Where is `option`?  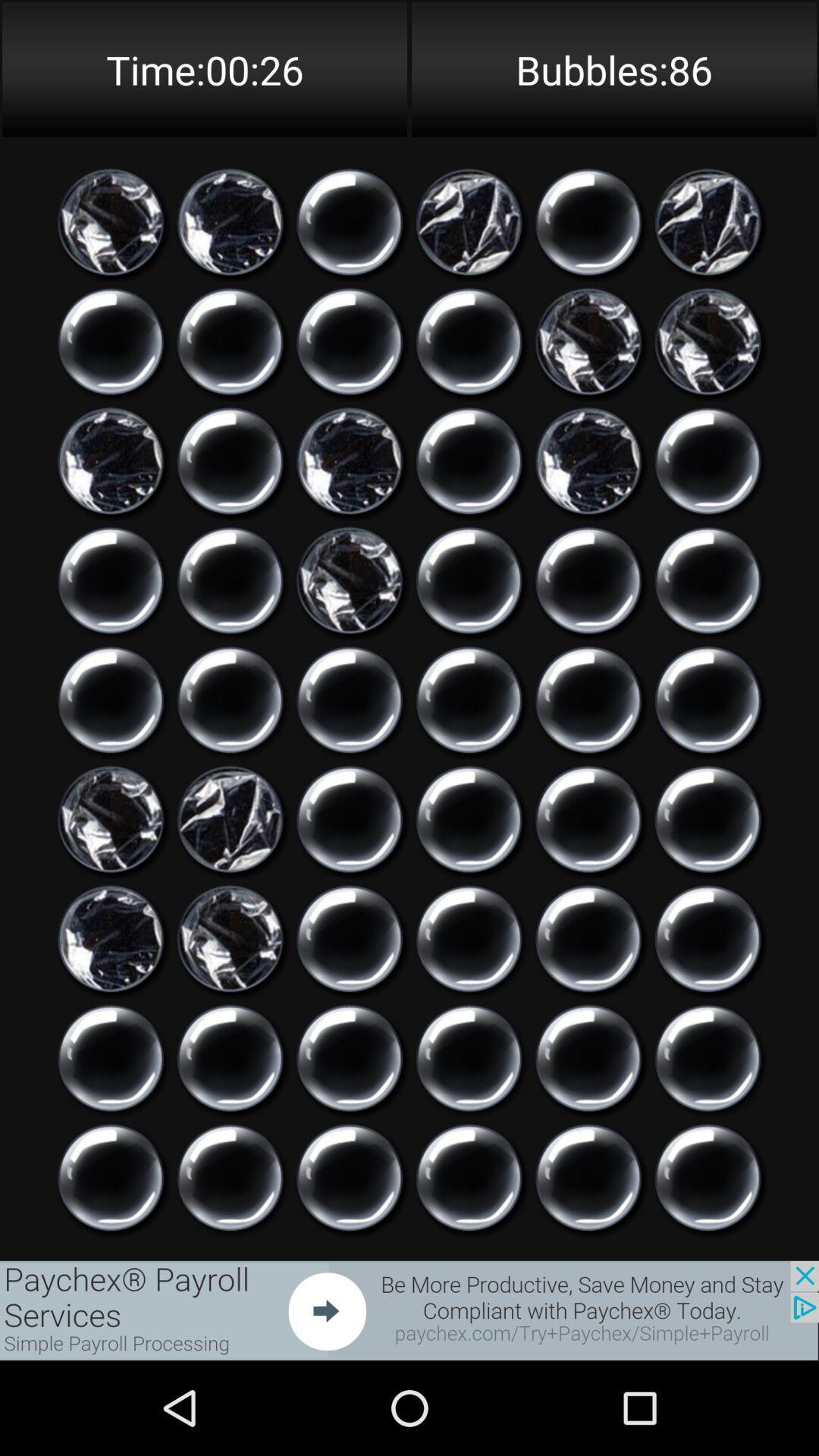
option is located at coordinates (110, 1177).